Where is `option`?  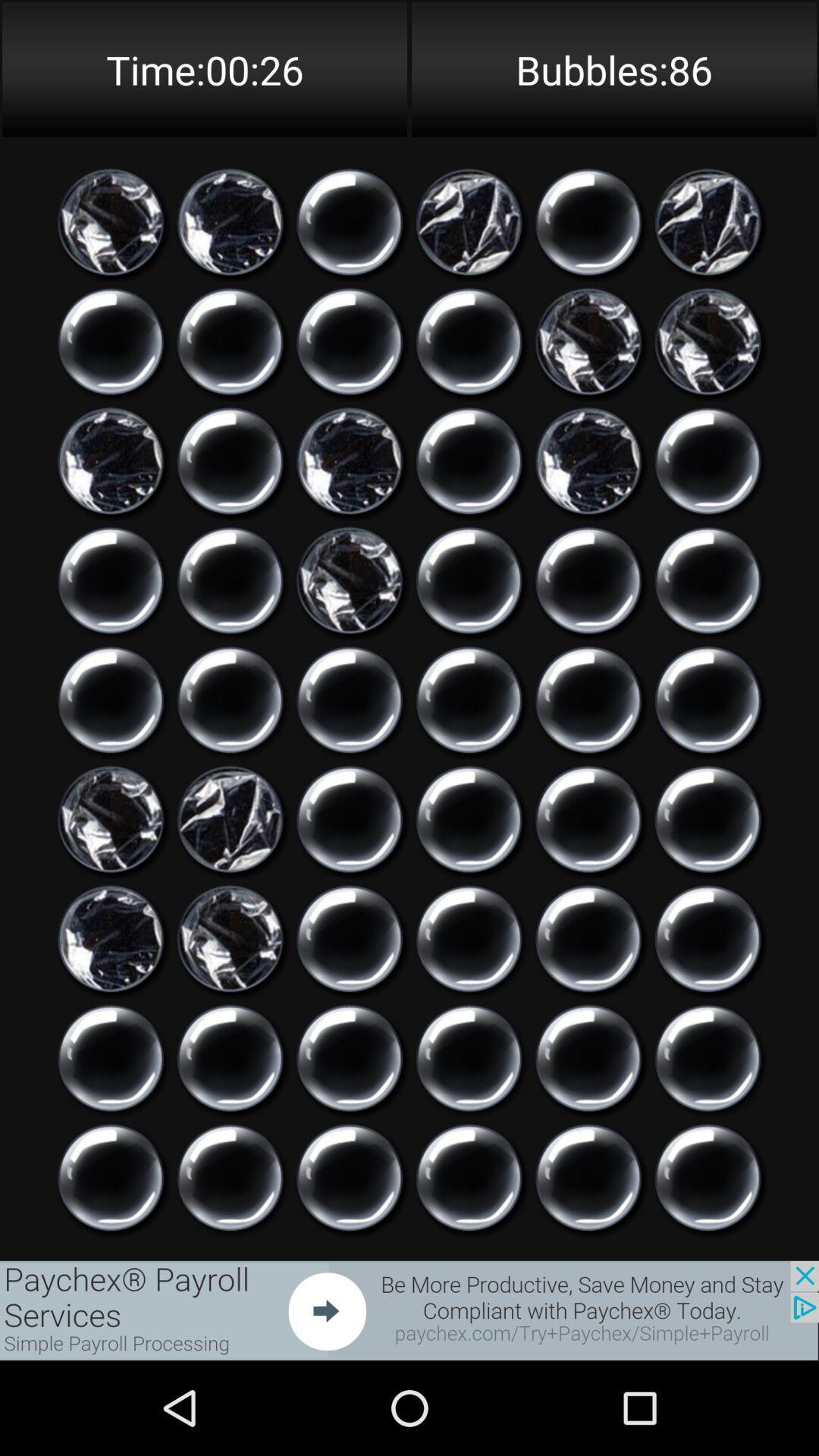
option is located at coordinates (110, 1177).